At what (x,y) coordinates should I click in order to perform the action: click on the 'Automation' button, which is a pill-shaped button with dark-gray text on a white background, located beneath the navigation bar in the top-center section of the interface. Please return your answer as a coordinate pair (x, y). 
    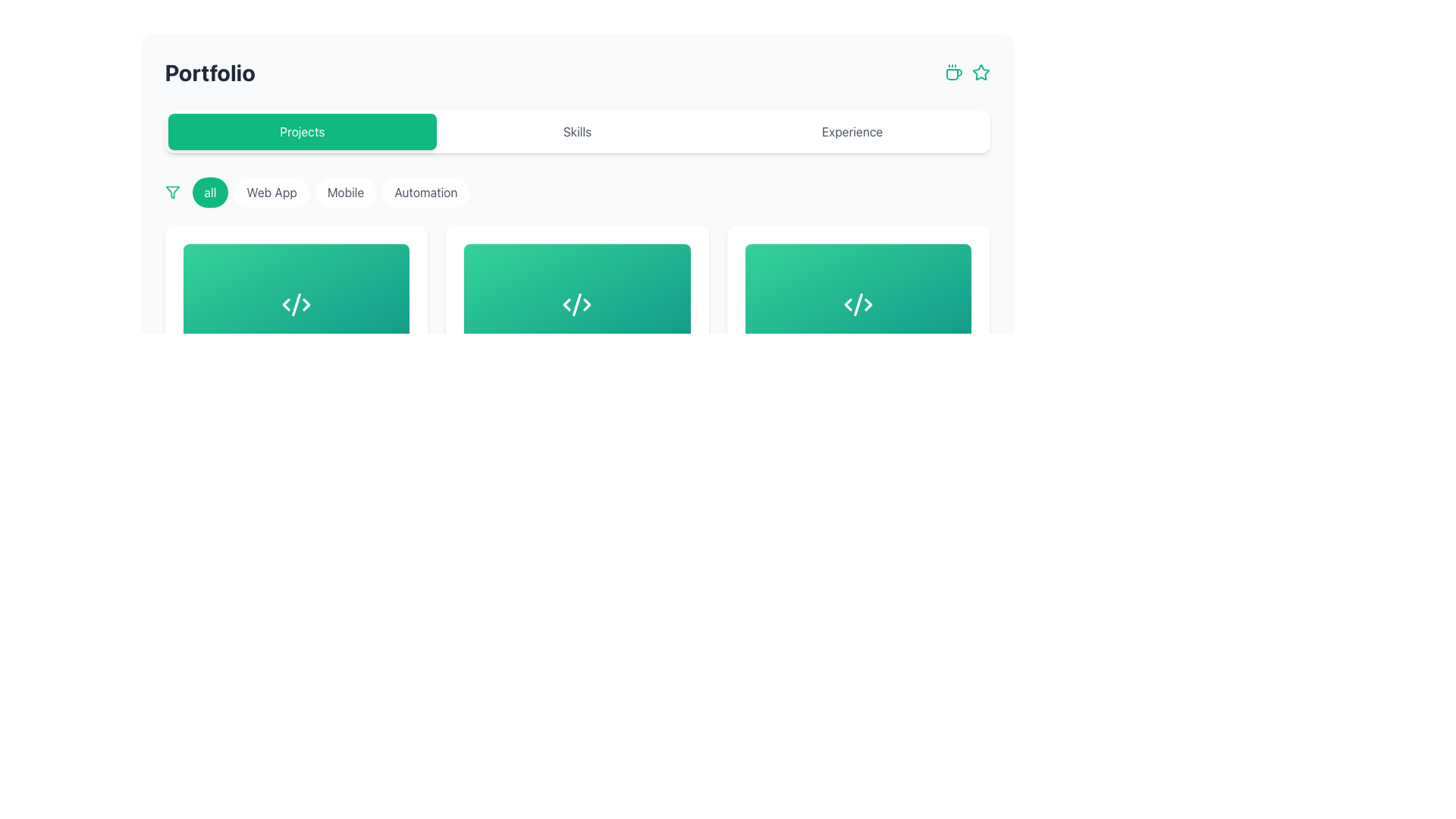
    Looking at the image, I should click on (425, 192).